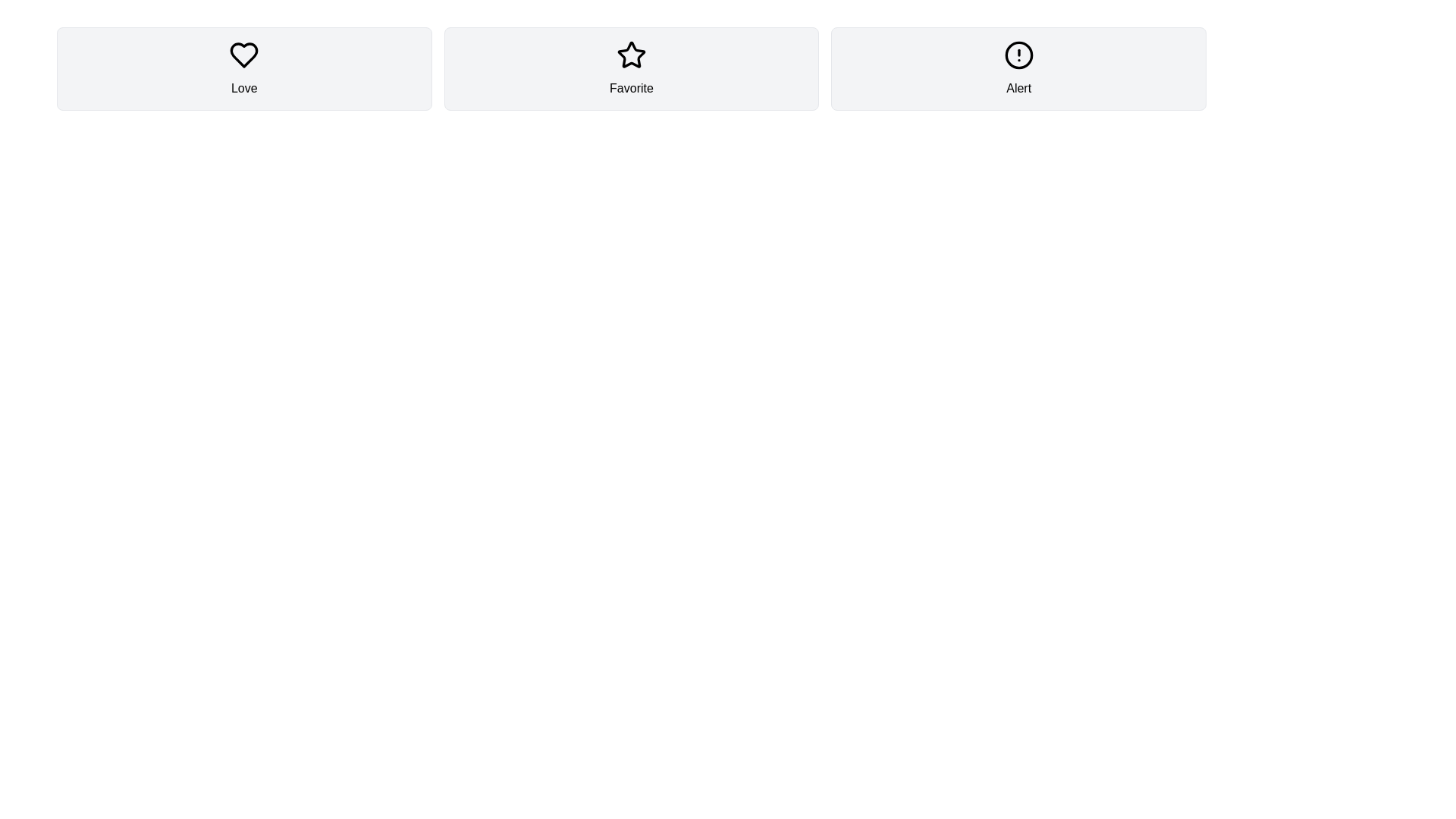  I want to click on the star-shaped icon with a black outline, so click(631, 54).